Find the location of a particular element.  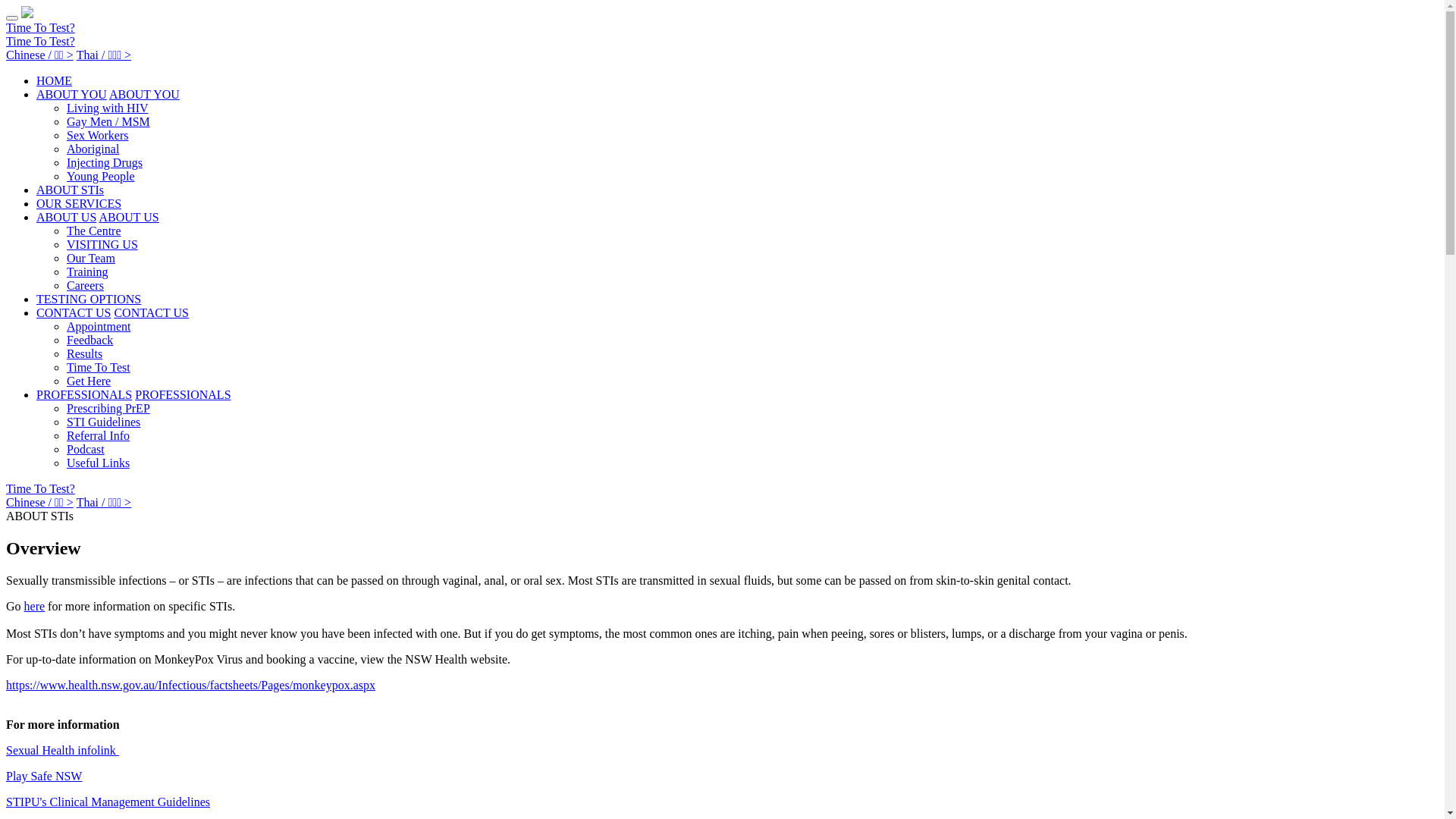

'PROFESSIONALS' is located at coordinates (182, 394).